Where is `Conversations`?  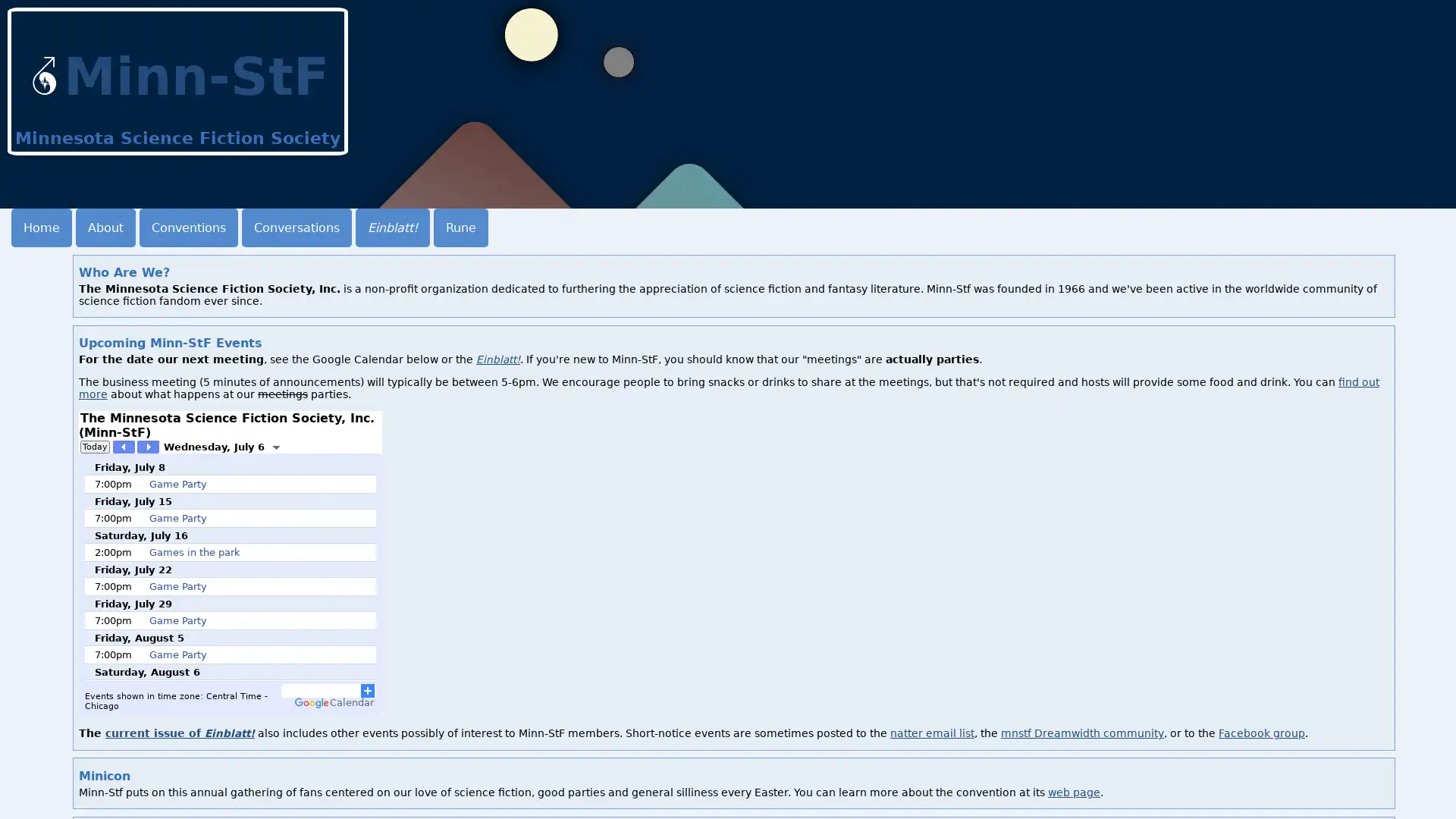 Conversations is located at coordinates (297, 227).